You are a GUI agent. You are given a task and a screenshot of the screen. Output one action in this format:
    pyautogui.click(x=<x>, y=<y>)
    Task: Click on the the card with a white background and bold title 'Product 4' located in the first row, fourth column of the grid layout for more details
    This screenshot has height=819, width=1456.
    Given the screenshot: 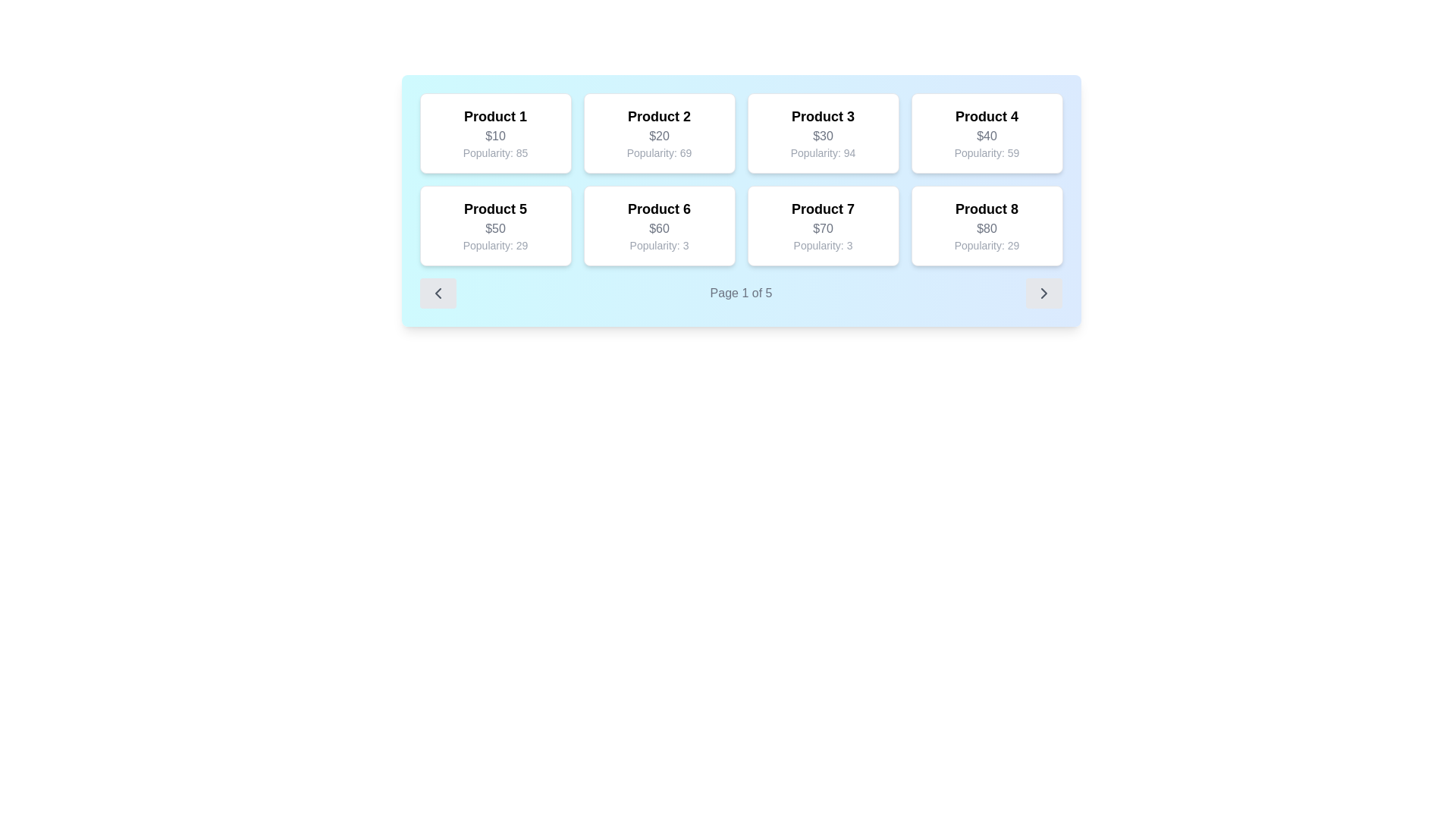 What is the action you would take?
    pyautogui.click(x=987, y=133)
    